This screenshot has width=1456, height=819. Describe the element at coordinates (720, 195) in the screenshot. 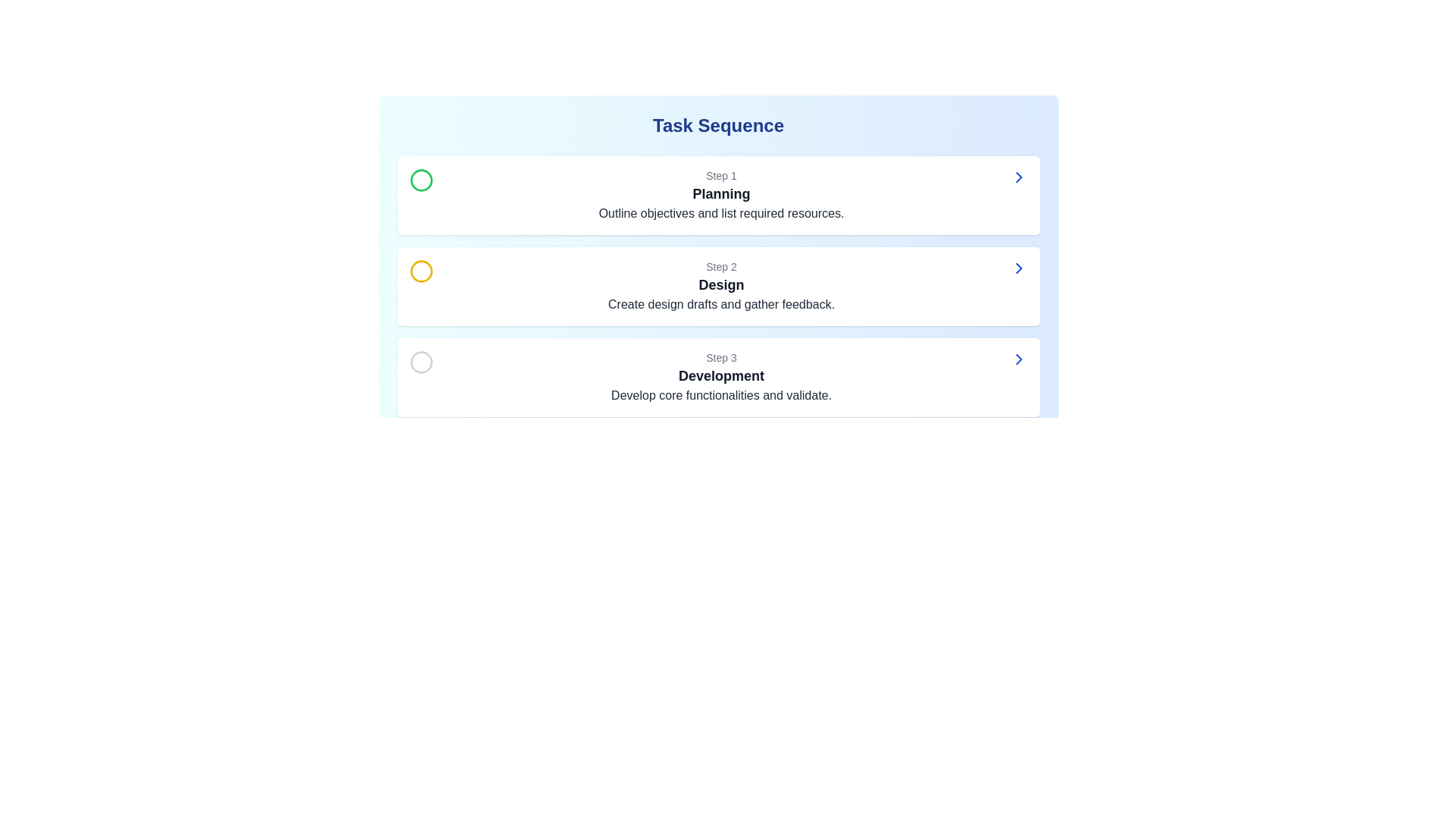

I see `the Textual information block that includes 'Step 1', 'Planning', and the description 'Outline objectives and list required resources.'` at that location.